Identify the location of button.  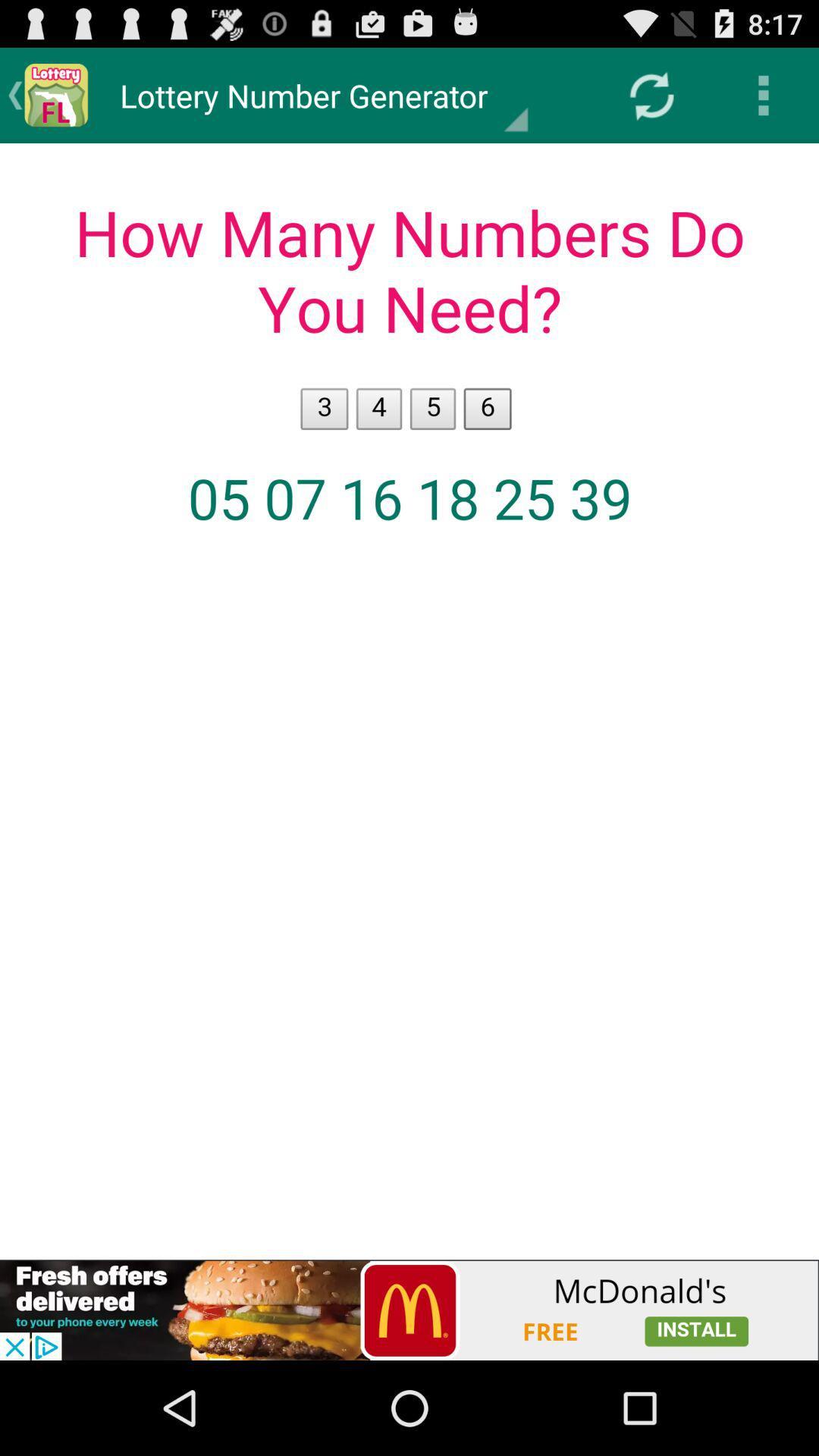
(409, 1310).